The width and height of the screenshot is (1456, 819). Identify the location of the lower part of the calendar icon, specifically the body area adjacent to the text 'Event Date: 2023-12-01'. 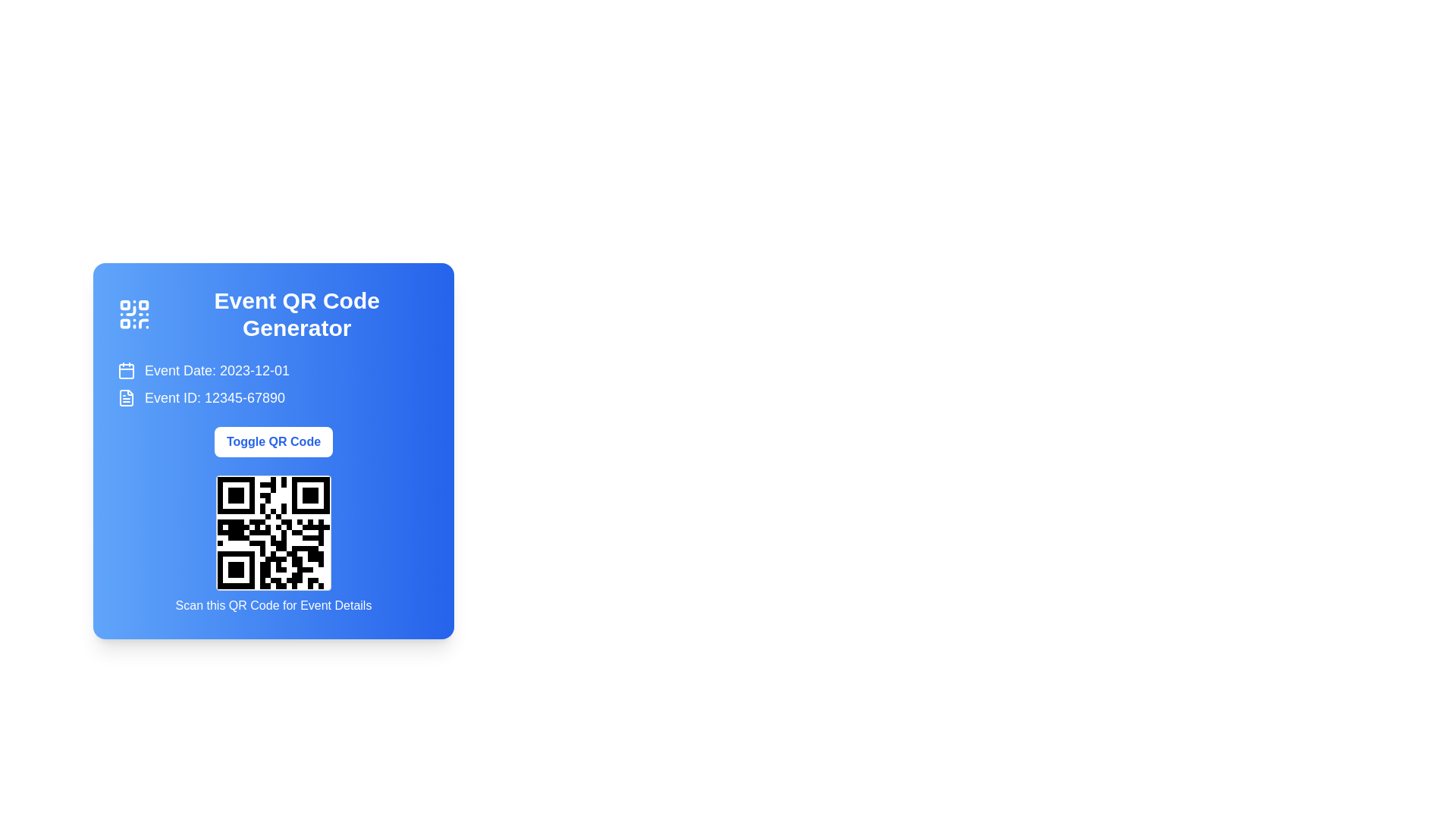
(127, 371).